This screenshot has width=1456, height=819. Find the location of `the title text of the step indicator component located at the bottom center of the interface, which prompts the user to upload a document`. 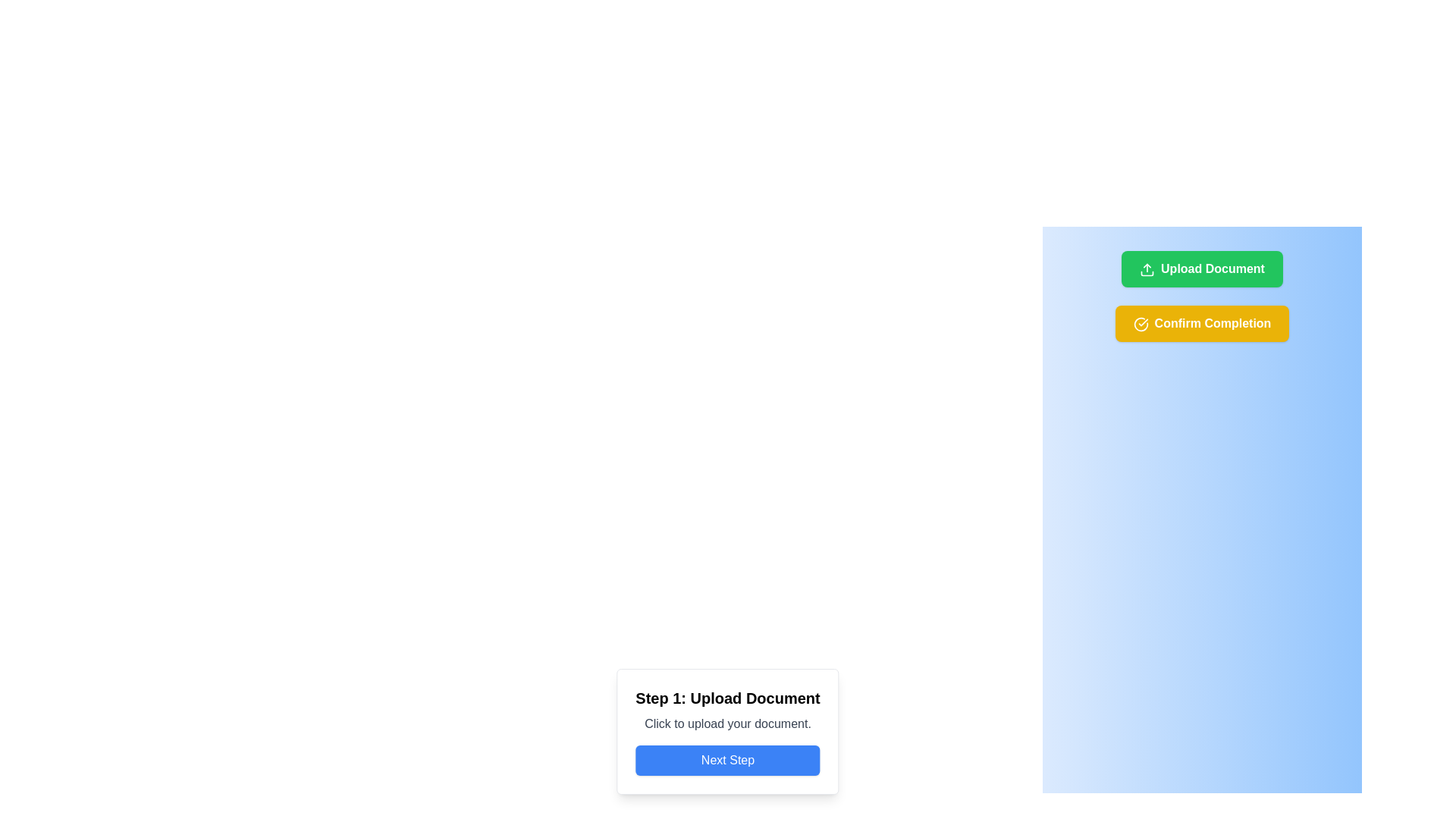

the title text of the step indicator component located at the bottom center of the interface, which prompts the user to upload a document is located at coordinates (728, 730).